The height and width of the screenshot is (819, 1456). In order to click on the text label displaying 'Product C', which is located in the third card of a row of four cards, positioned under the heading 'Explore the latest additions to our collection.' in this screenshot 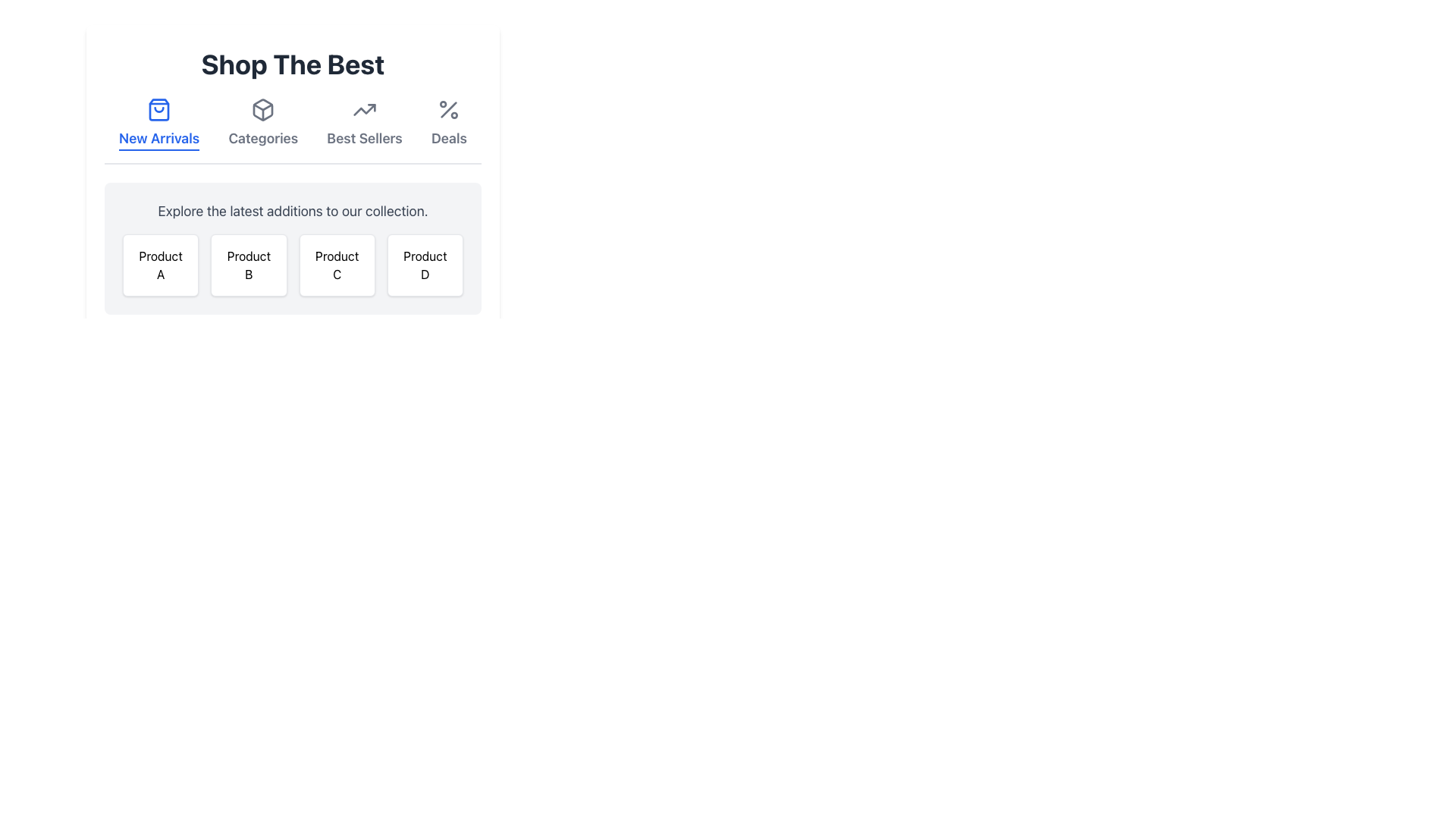, I will do `click(336, 265)`.